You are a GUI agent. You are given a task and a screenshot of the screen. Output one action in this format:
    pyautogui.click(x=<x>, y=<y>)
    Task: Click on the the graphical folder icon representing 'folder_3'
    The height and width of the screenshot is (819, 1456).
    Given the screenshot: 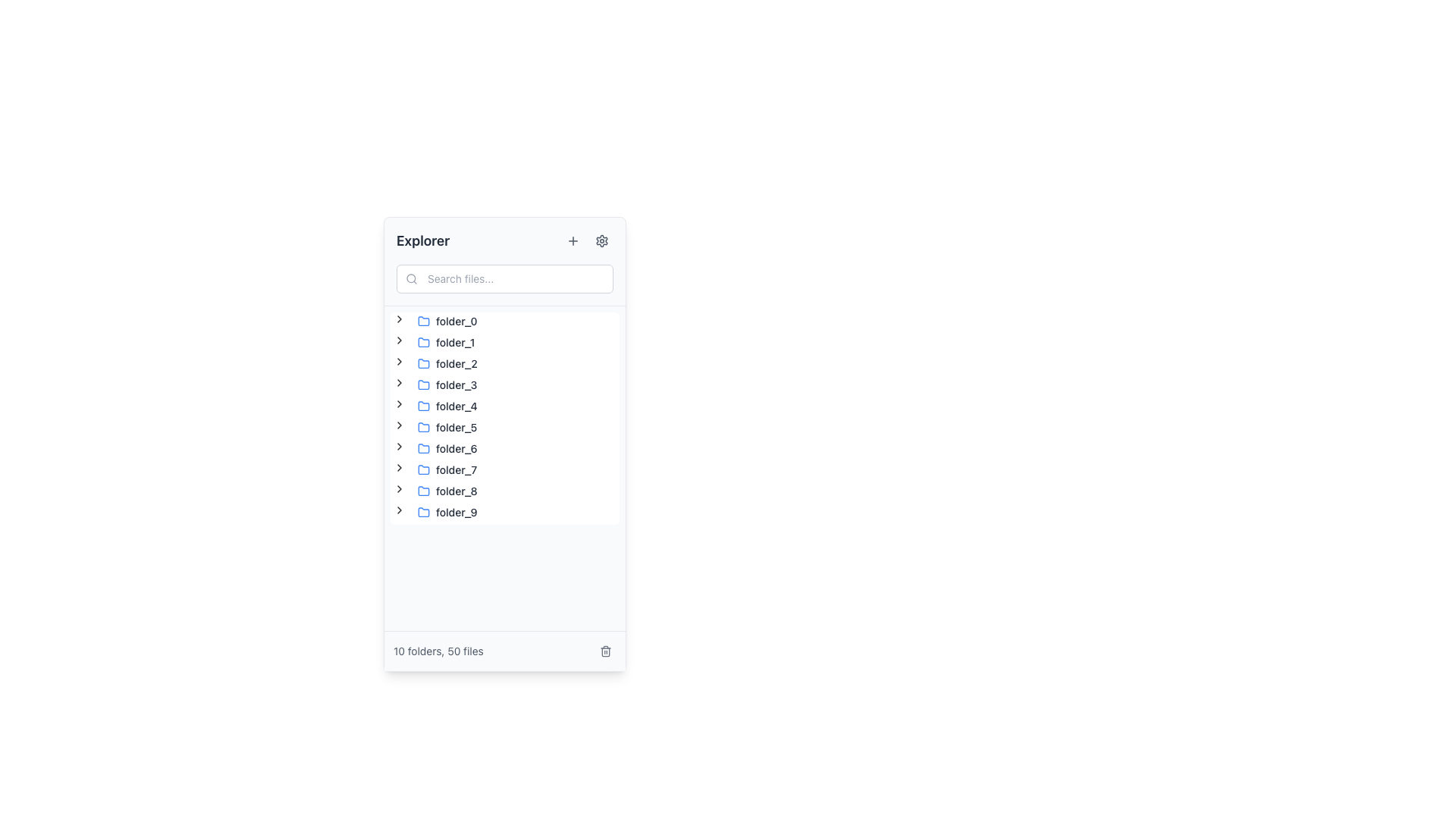 What is the action you would take?
    pyautogui.click(x=423, y=384)
    